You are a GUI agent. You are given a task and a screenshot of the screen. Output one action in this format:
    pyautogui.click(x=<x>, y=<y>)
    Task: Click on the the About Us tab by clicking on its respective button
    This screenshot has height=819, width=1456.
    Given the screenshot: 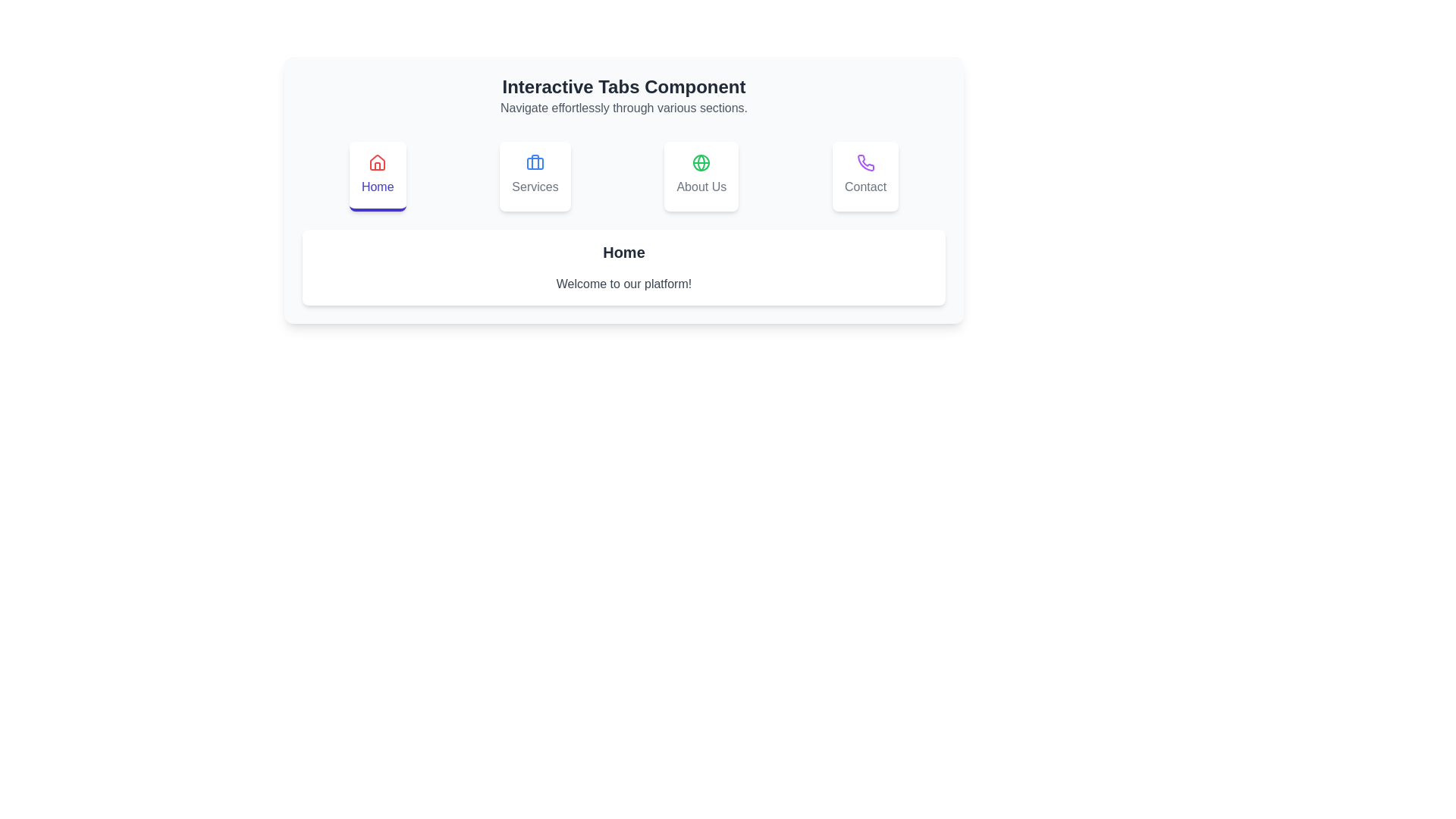 What is the action you would take?
    pyautogui.click(x=701, y=175)
    